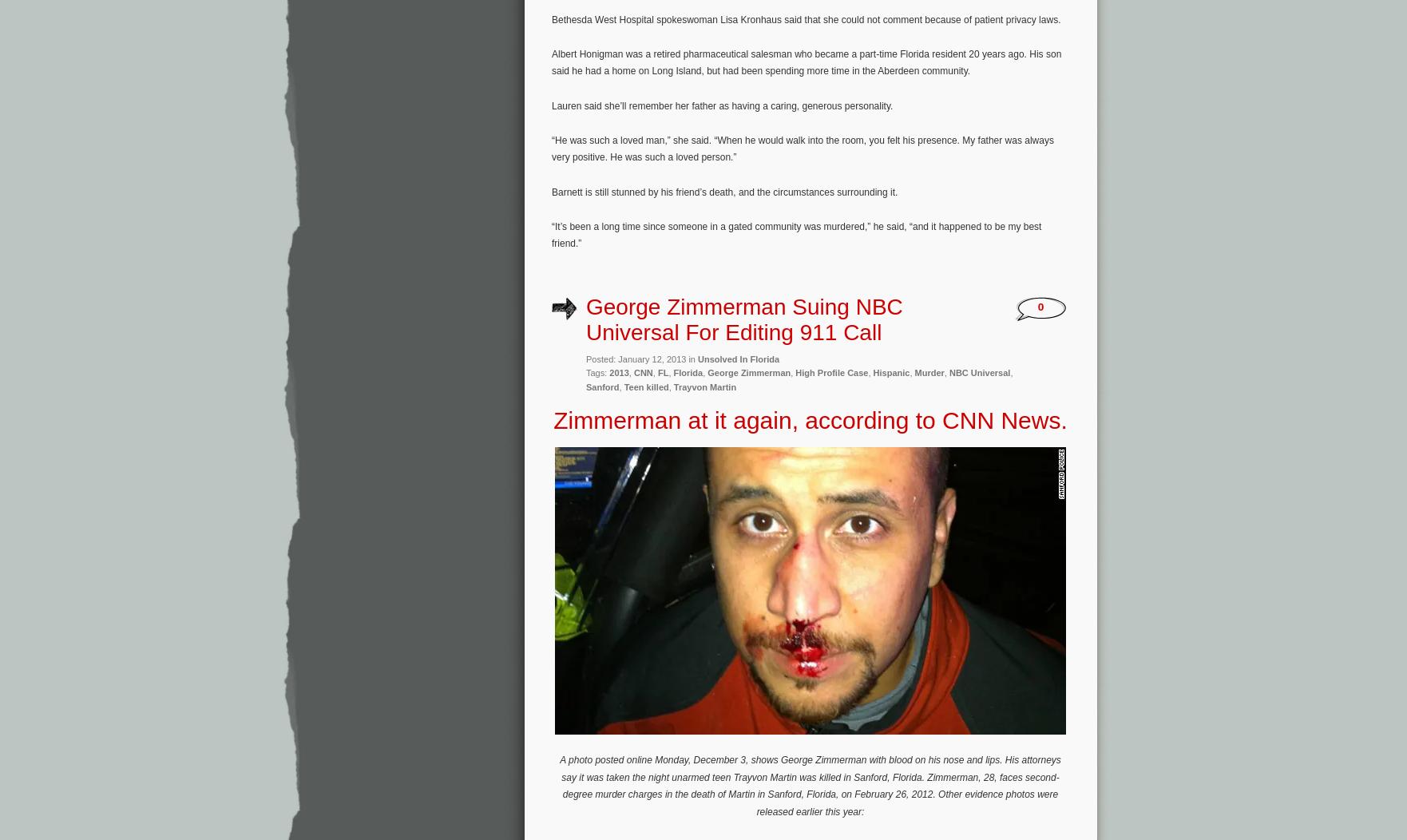  Describe the element at coordinates (806, 18) in the screenshot. I see `'Bethesda West Hospital spokeswoman Lisa Kronhaus said that she could not comment because of patient privacy laws.'` at that location.